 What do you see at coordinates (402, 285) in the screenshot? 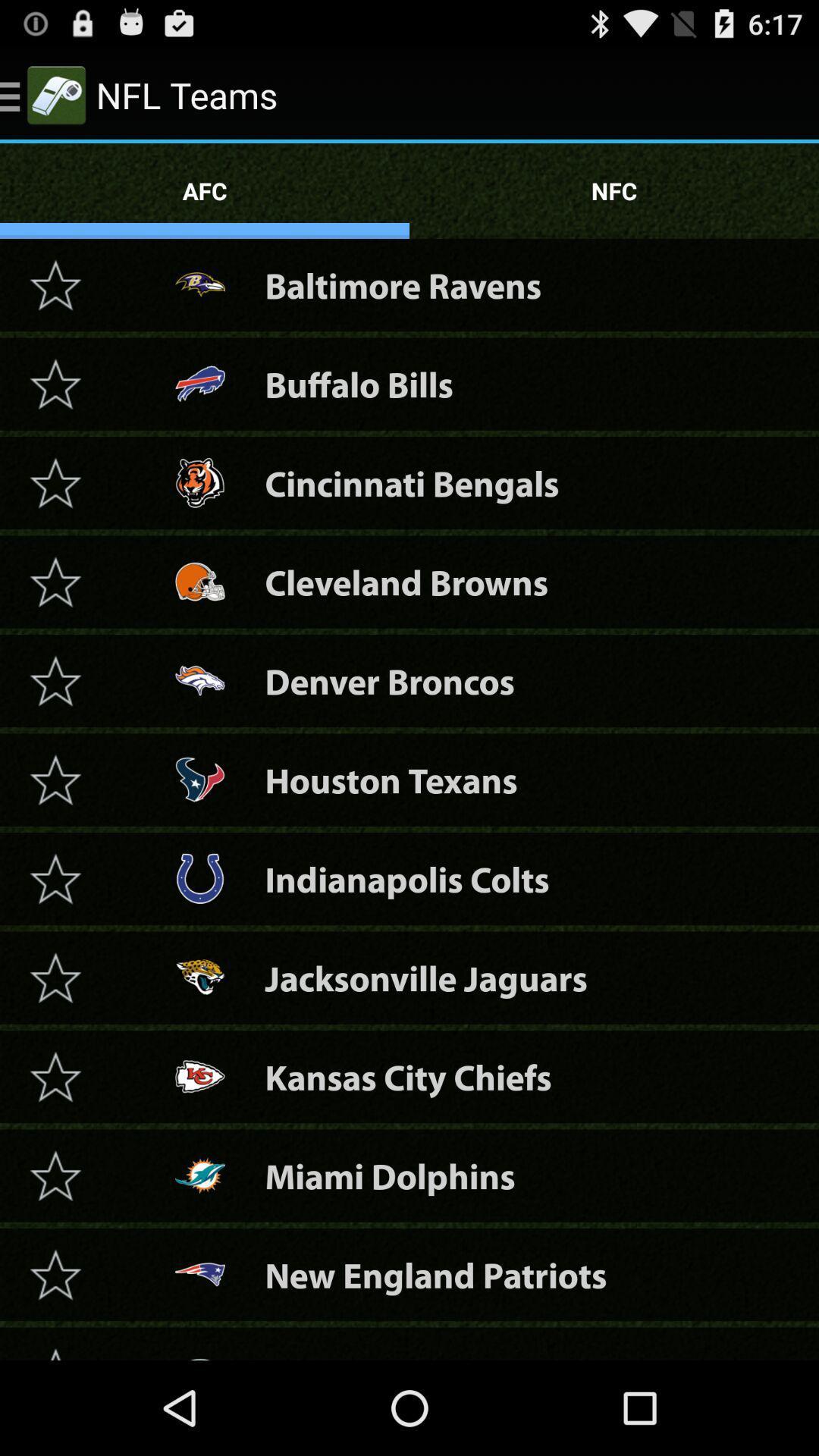
I see `the app below afc app` at bounding box center [402, 285].